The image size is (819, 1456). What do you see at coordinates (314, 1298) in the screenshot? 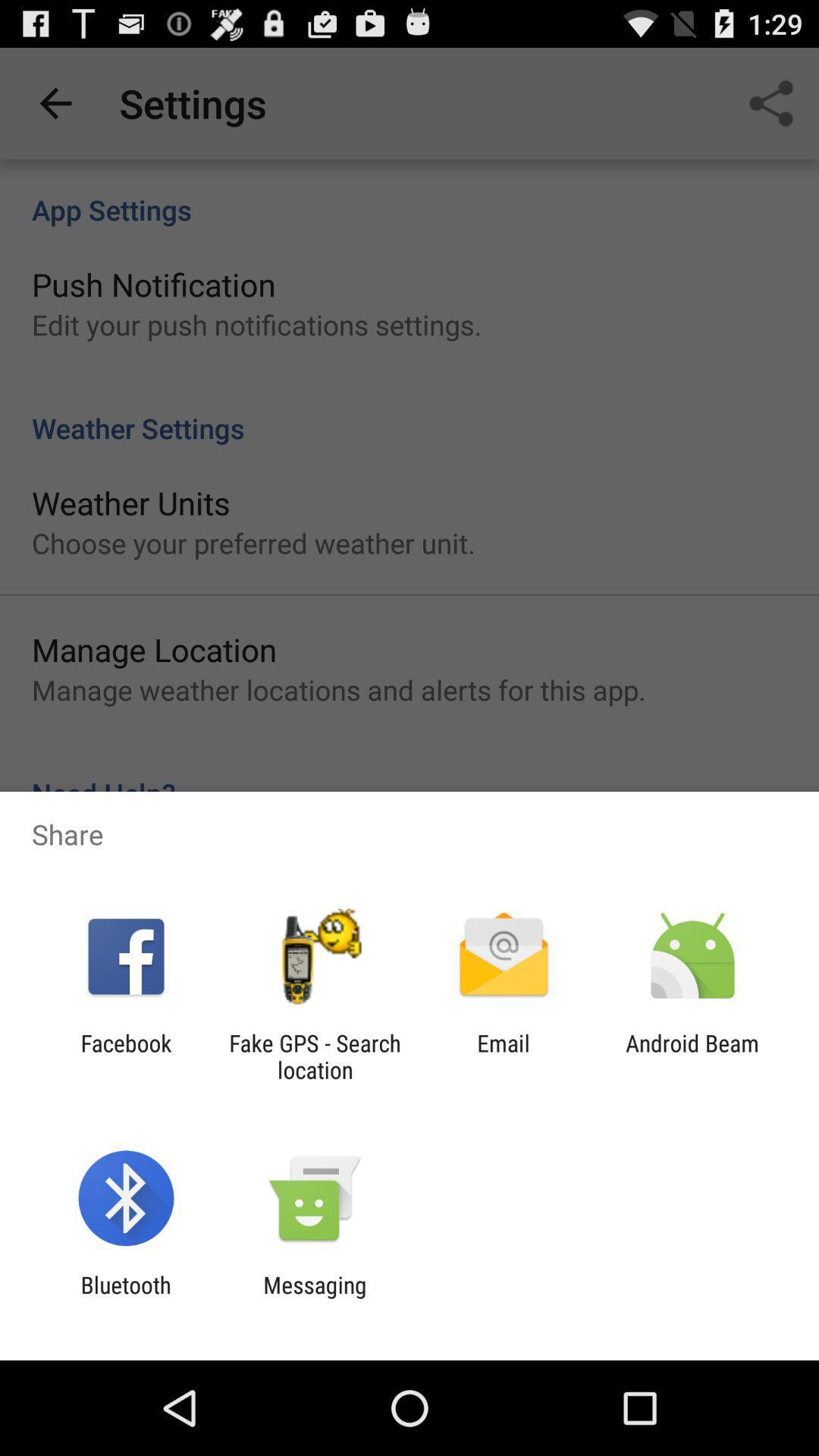
I see `the item next to bluetooth item` at bounding box center [314, 1298].